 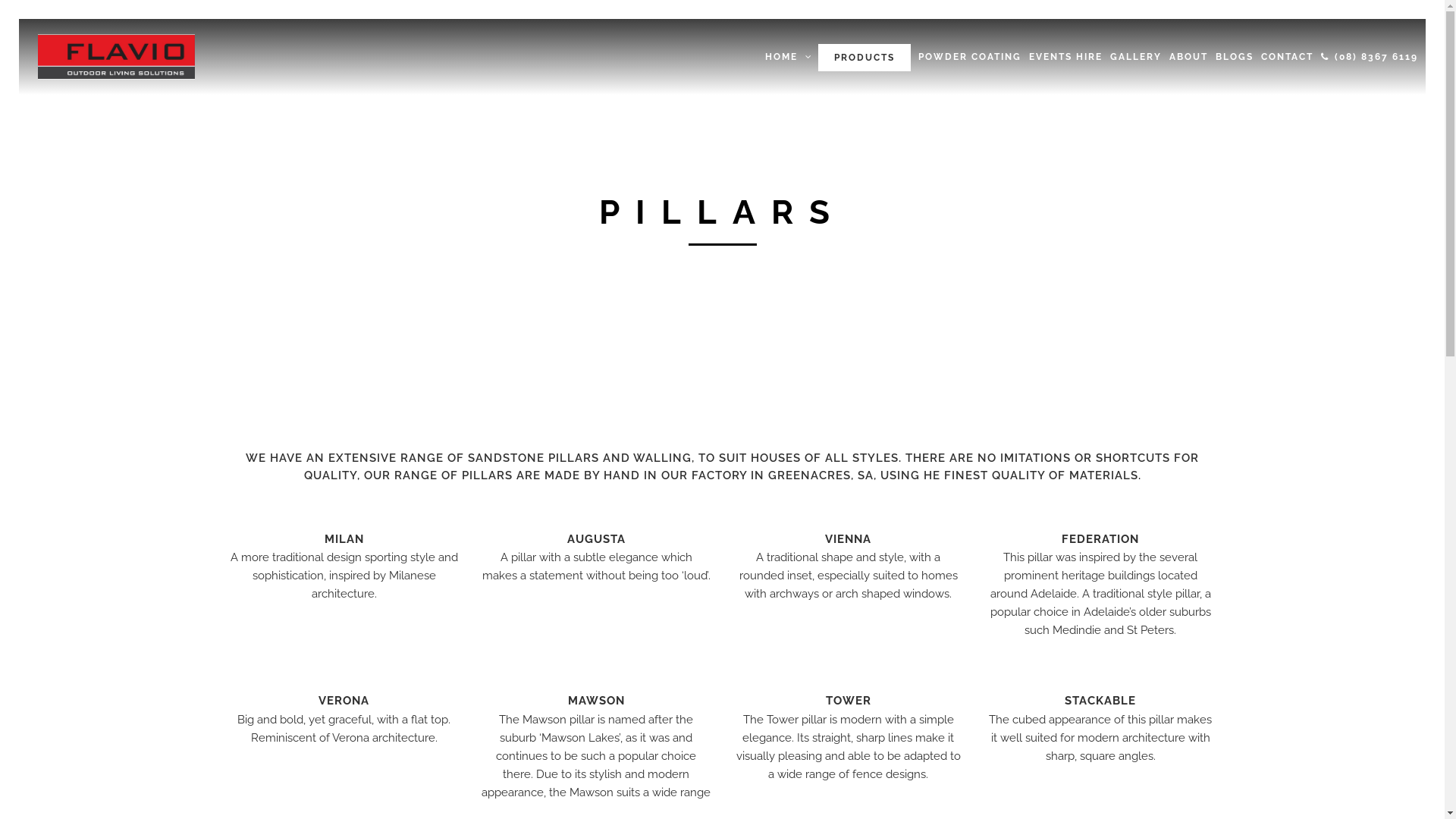 What do you see at coordinates (1286, 55) in the screenshot?
I see `'CONTACT'` at bounding box center [1286, 55].